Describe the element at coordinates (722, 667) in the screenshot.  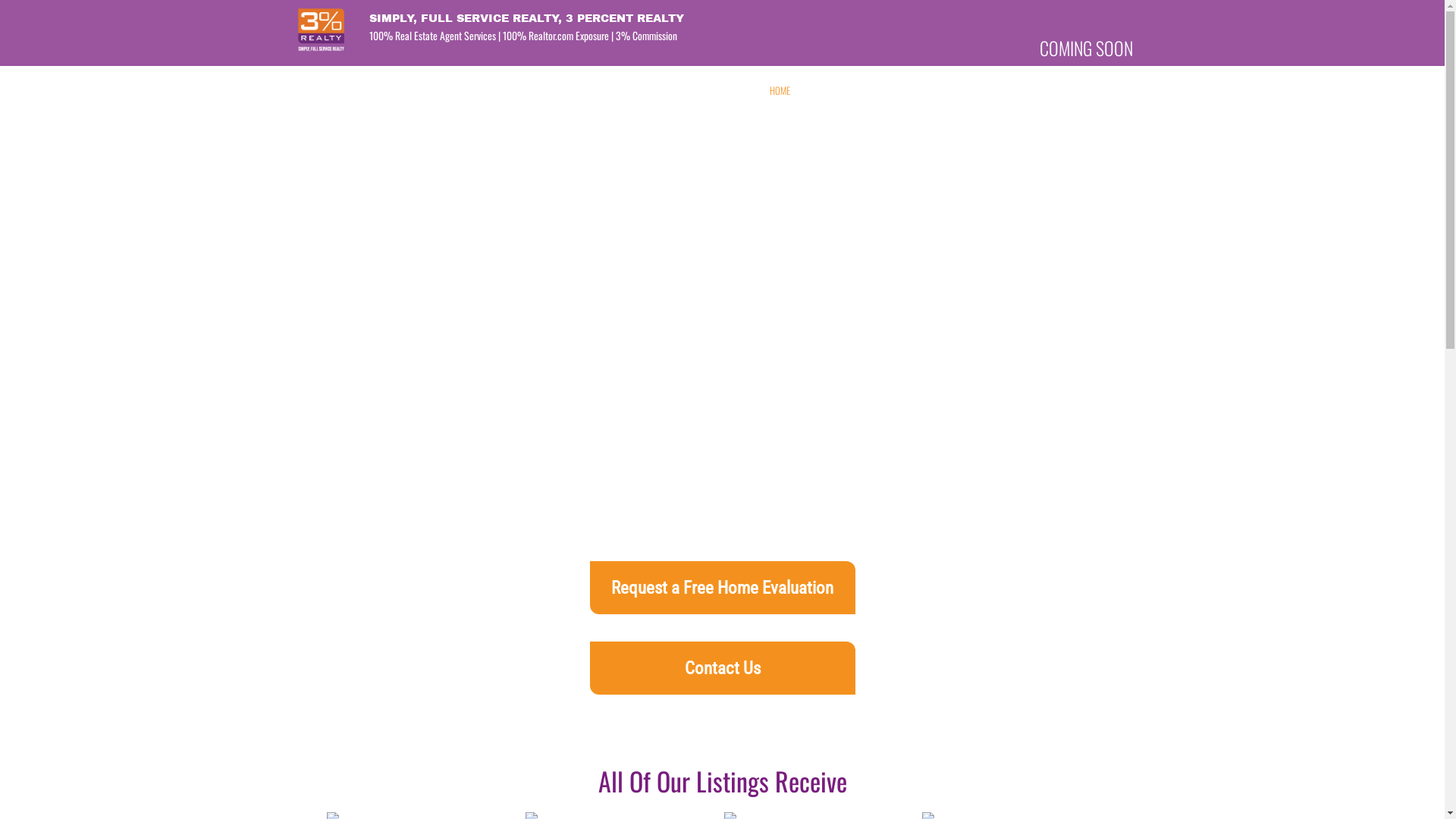
I see `'Contact Us'` at that location.